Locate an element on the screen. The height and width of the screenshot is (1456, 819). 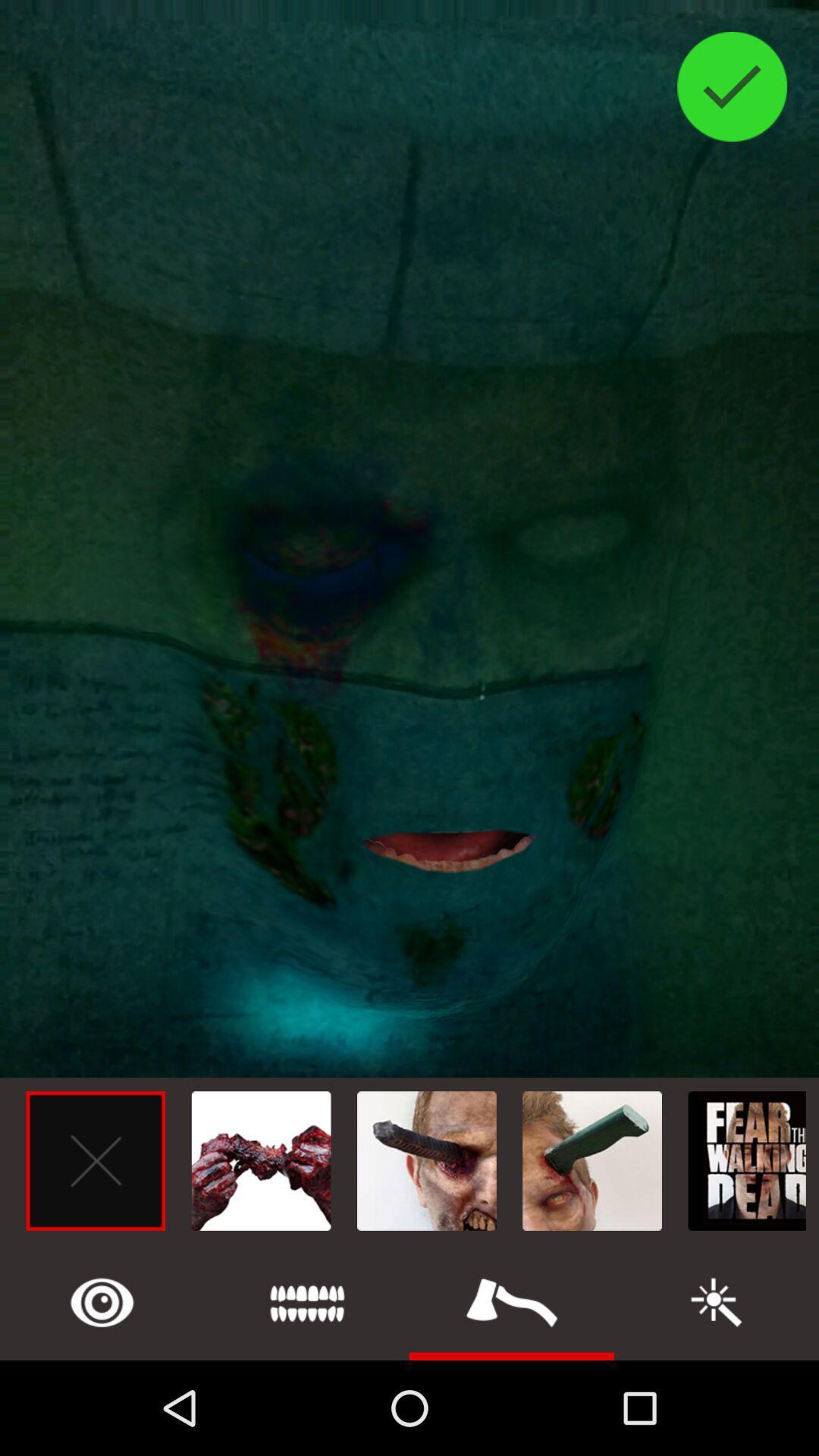
the list icon is located at coordinates (307, 1301).